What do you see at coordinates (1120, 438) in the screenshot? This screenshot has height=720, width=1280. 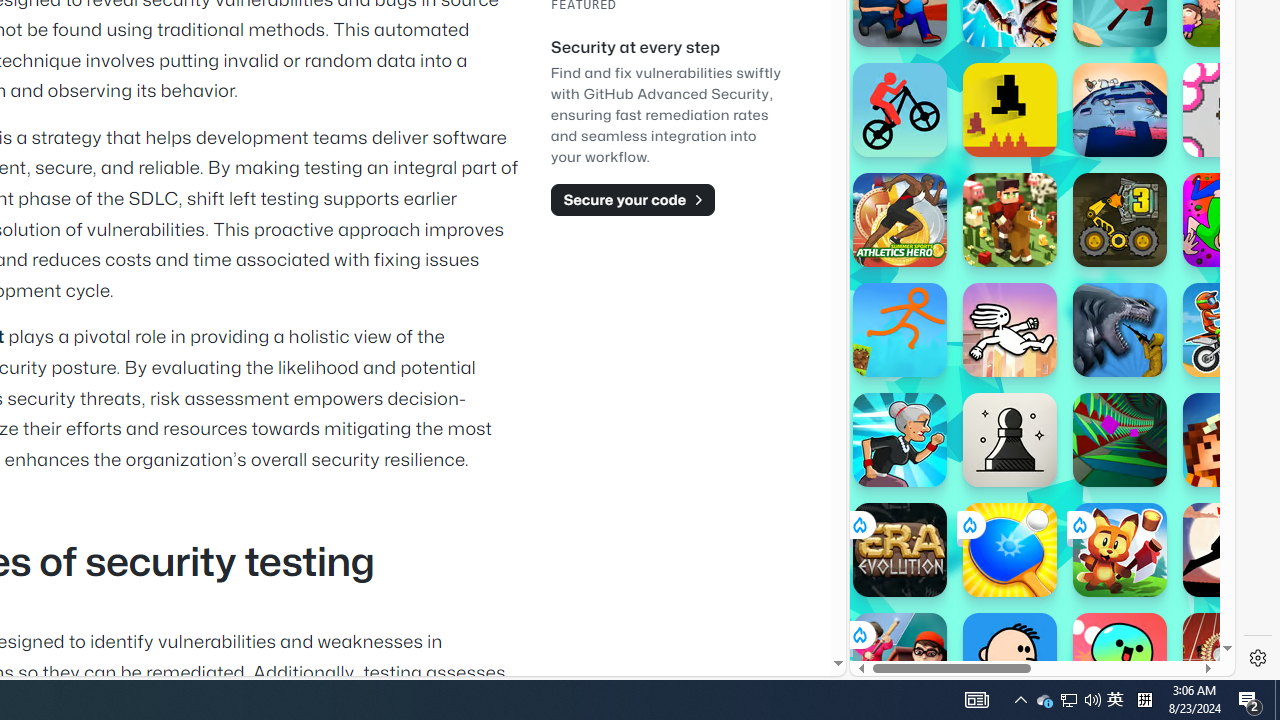 I see `'Tunnel Rush'` at bounding box center [1120, 438].